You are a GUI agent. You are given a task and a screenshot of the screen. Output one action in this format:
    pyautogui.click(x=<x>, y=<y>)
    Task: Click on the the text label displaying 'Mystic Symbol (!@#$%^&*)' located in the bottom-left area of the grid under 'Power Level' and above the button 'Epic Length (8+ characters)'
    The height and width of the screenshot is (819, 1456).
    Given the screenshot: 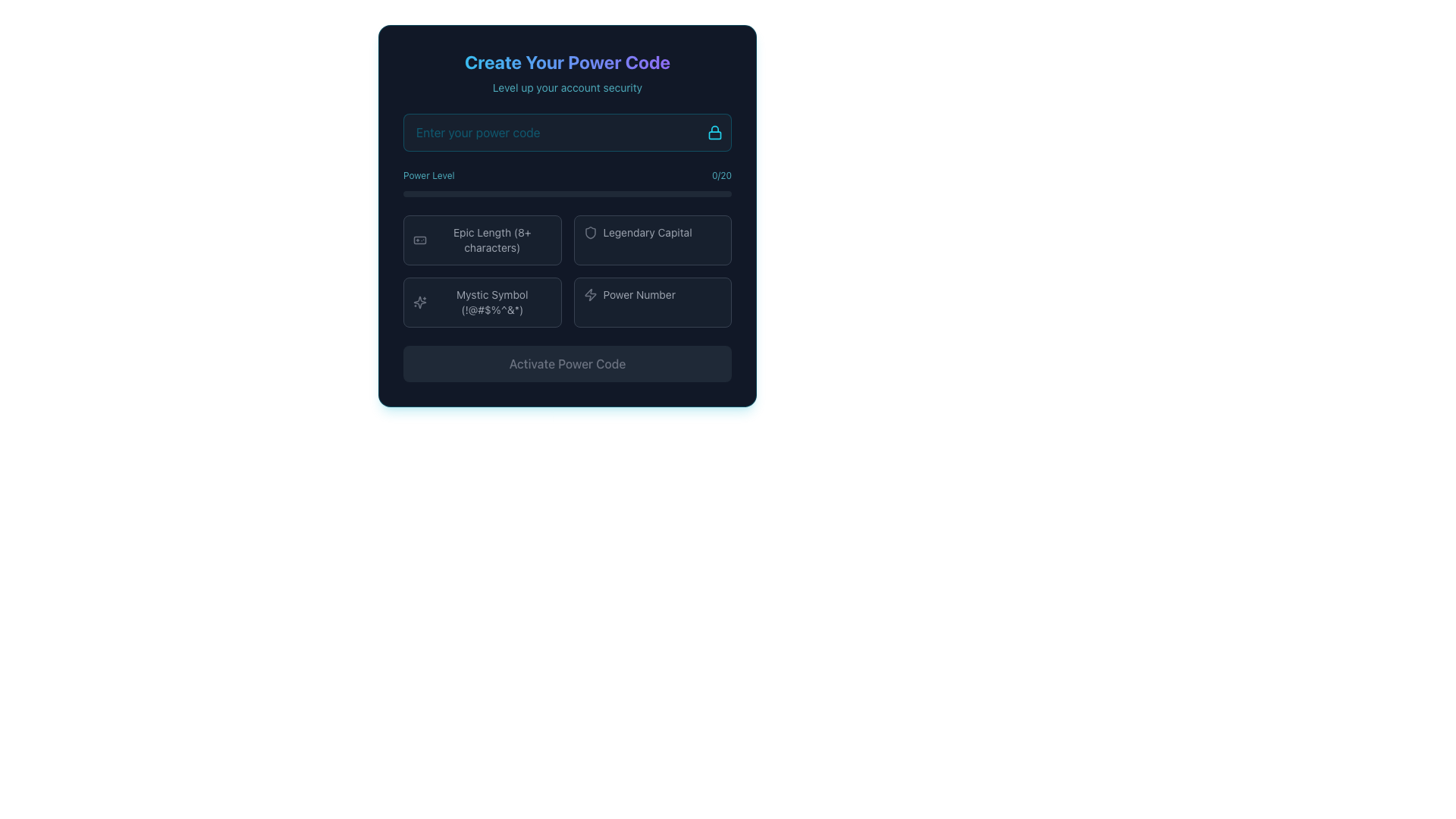 What is the action you would take?
    pyautogui.click(x=492, y=302)
    